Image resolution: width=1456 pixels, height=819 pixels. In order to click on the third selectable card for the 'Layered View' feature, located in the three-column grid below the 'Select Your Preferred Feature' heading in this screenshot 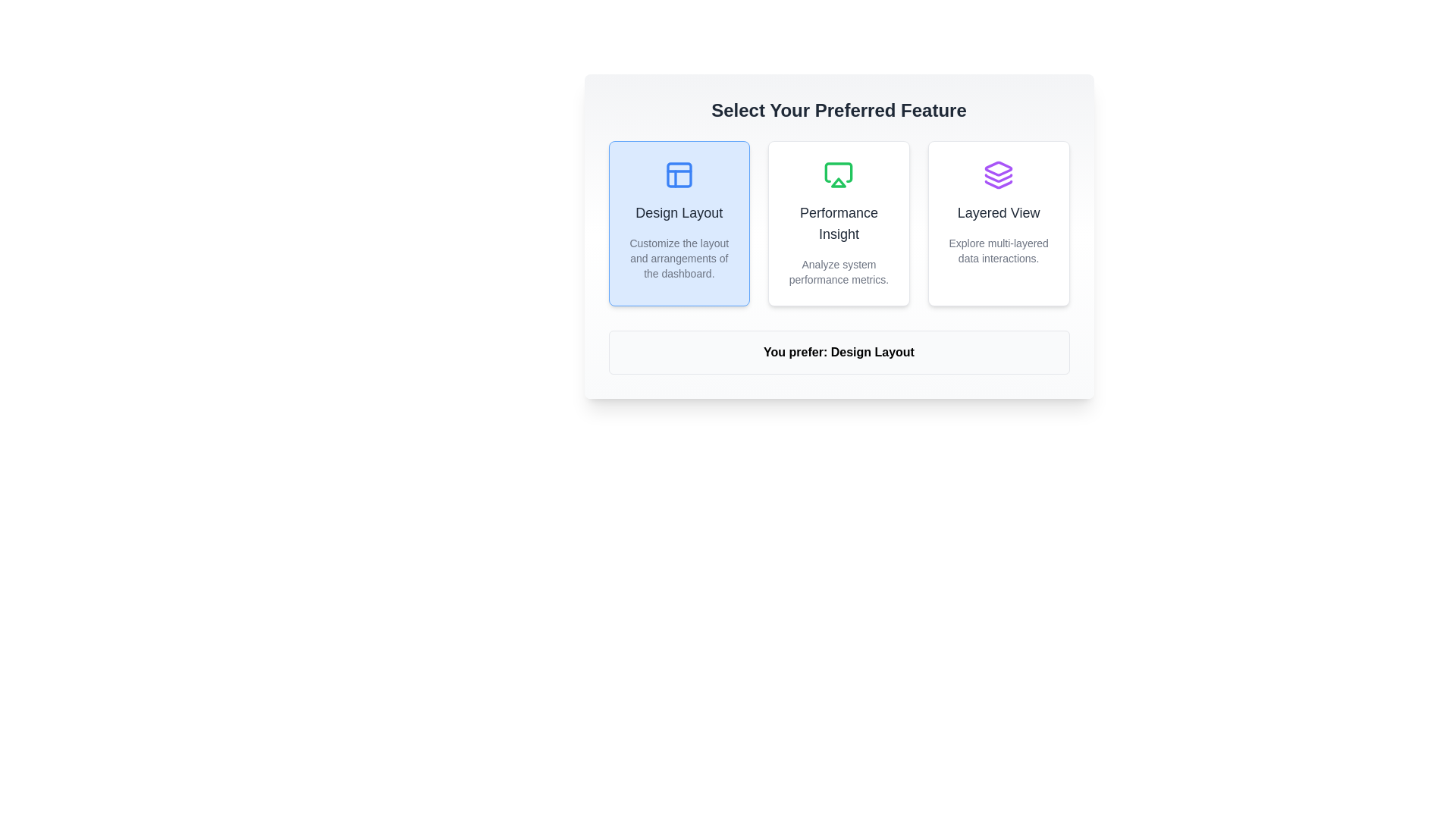, I will do `click(998, 223)`.